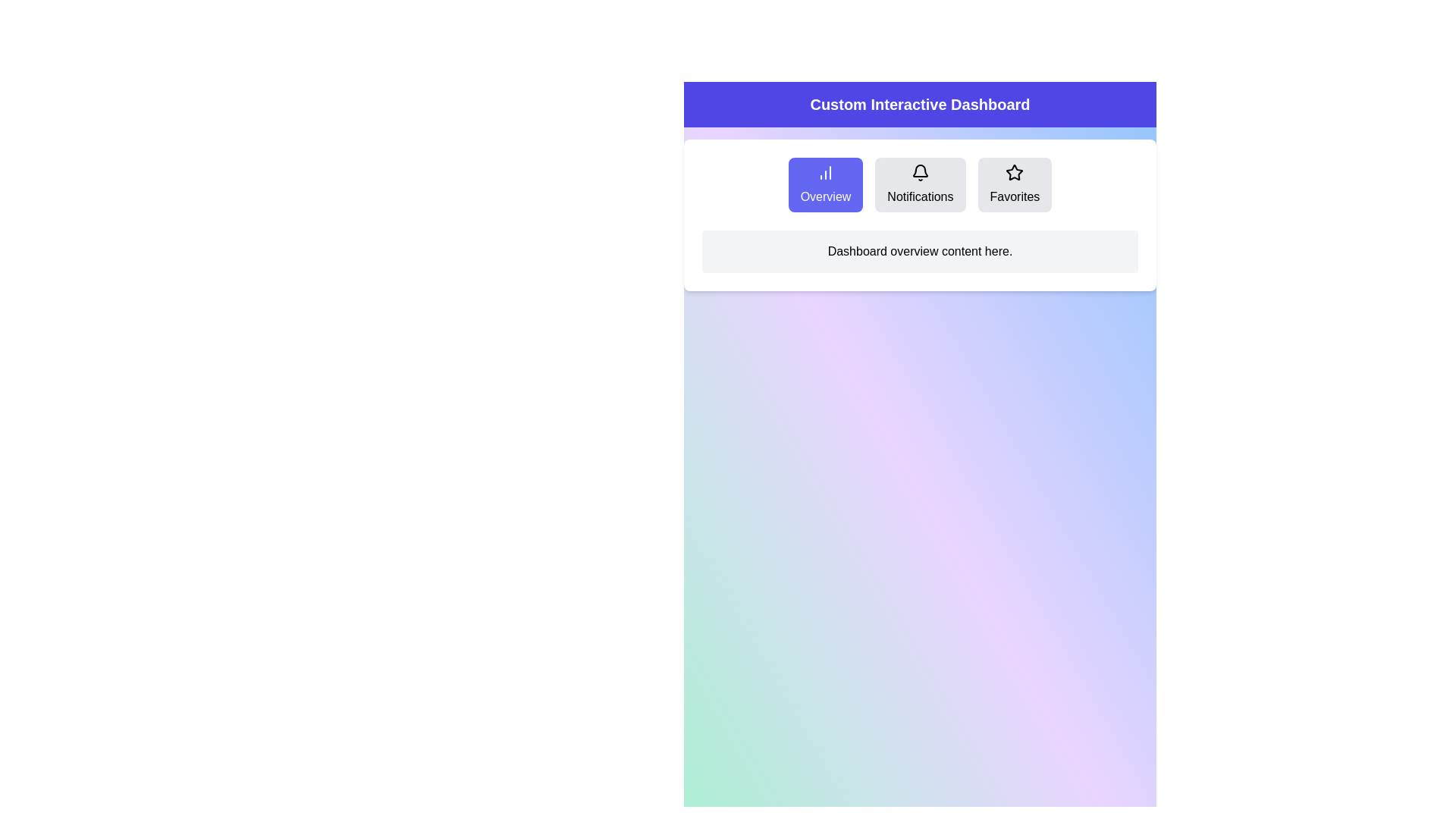 The width and height of the screenshot is (1456, 819). I want to click on the Notifications tab by clicking its button, so click(919, 184).